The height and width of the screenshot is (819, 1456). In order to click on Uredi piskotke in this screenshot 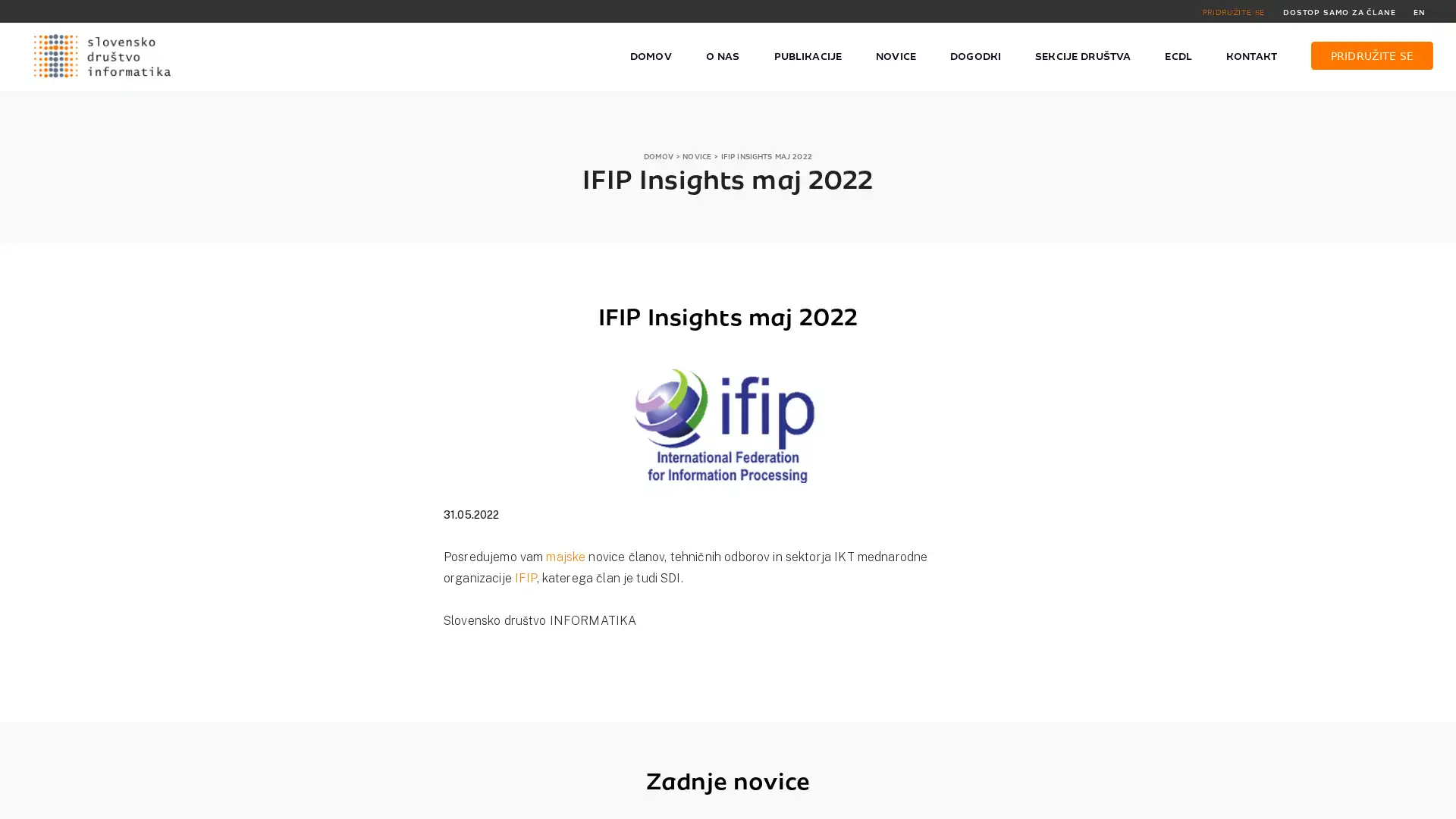, I will do `click(1077, 799)`.